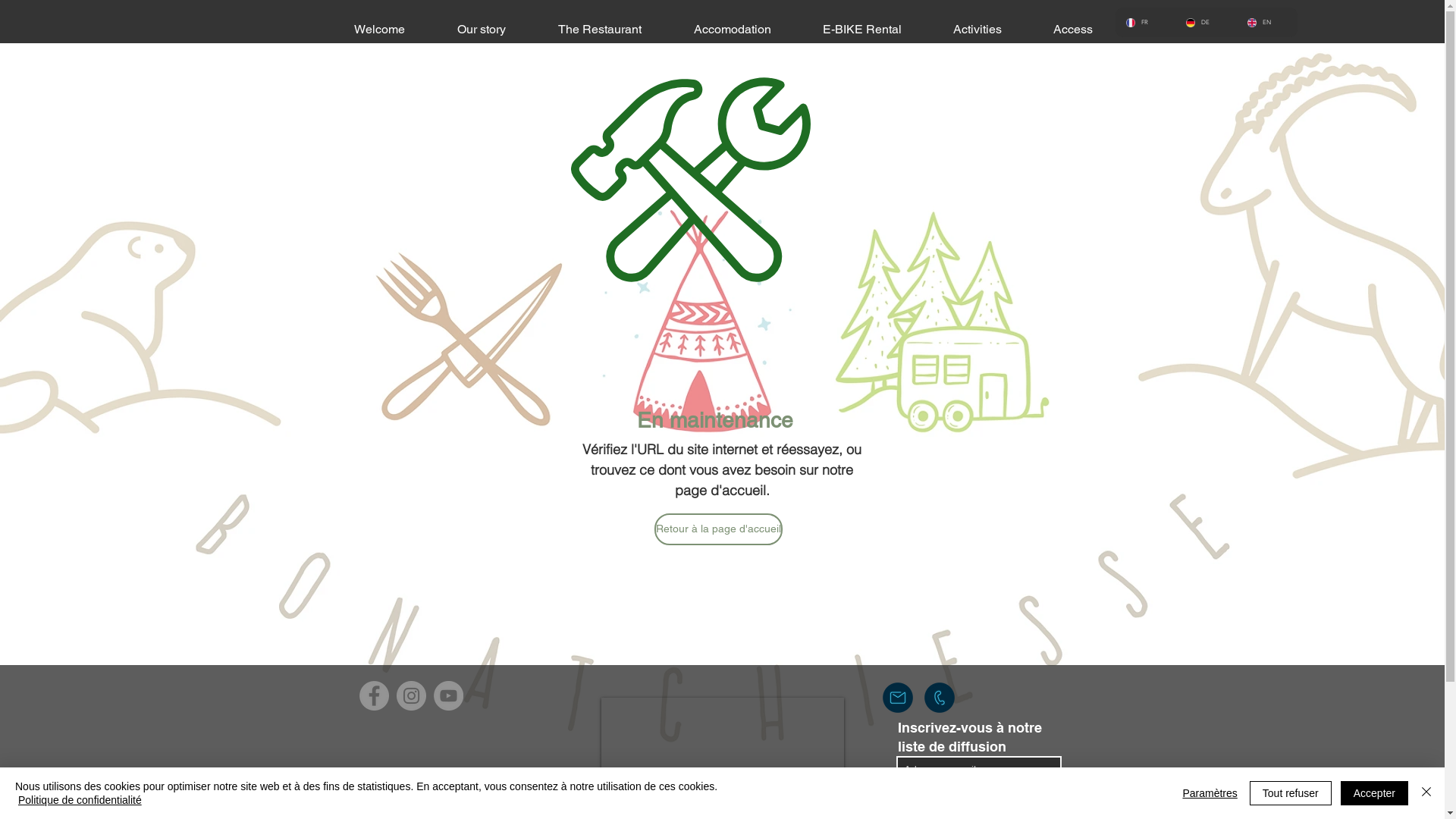 Image resolution: width=1456 pixels, height=819 pixels. Describe the element at coordinates (1374, 792) in the screenshot. I see `'Accepter'` at that location.